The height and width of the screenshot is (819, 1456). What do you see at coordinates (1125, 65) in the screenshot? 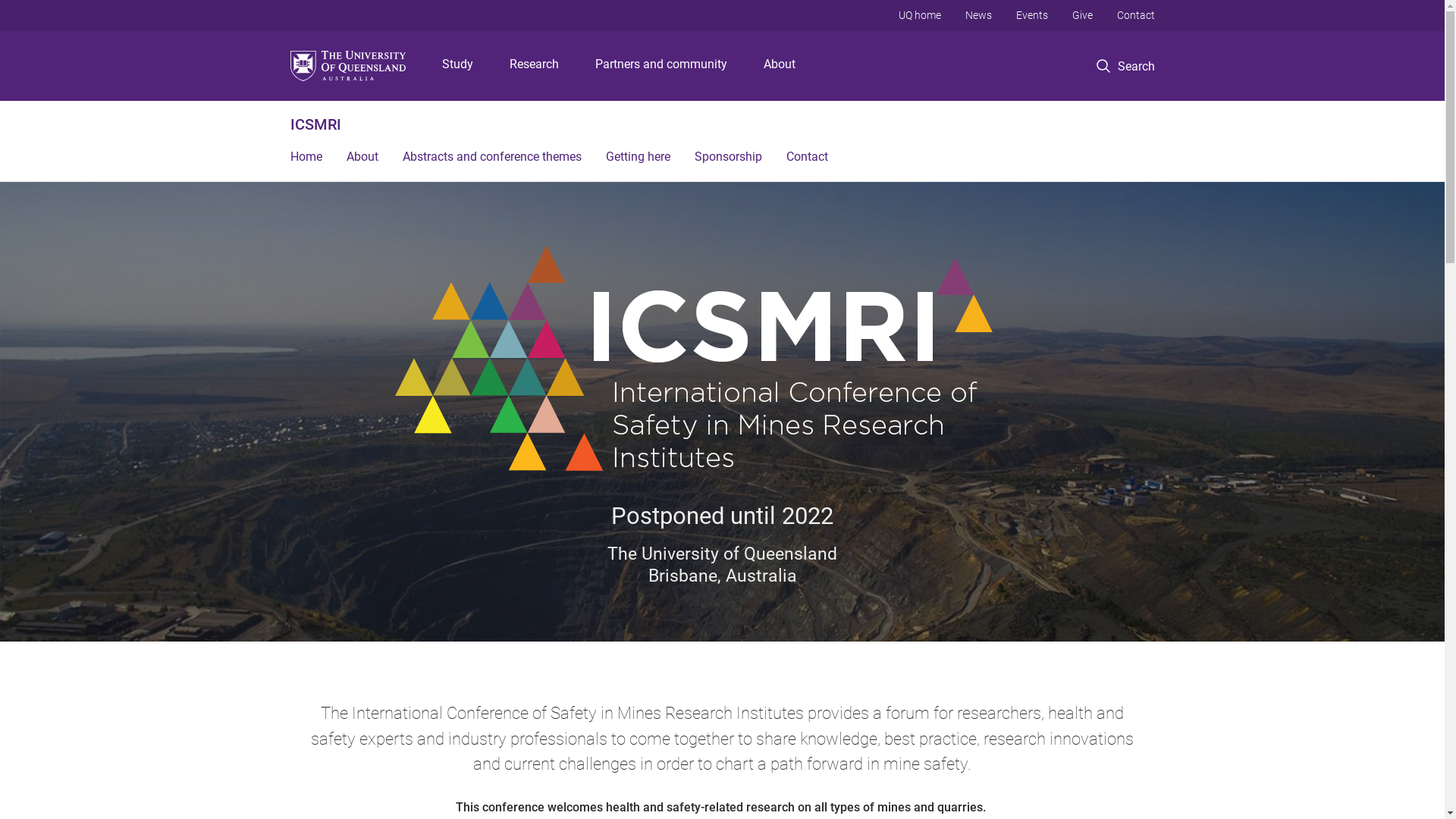
I see `'Search'` at bounding box center [1125, 65].